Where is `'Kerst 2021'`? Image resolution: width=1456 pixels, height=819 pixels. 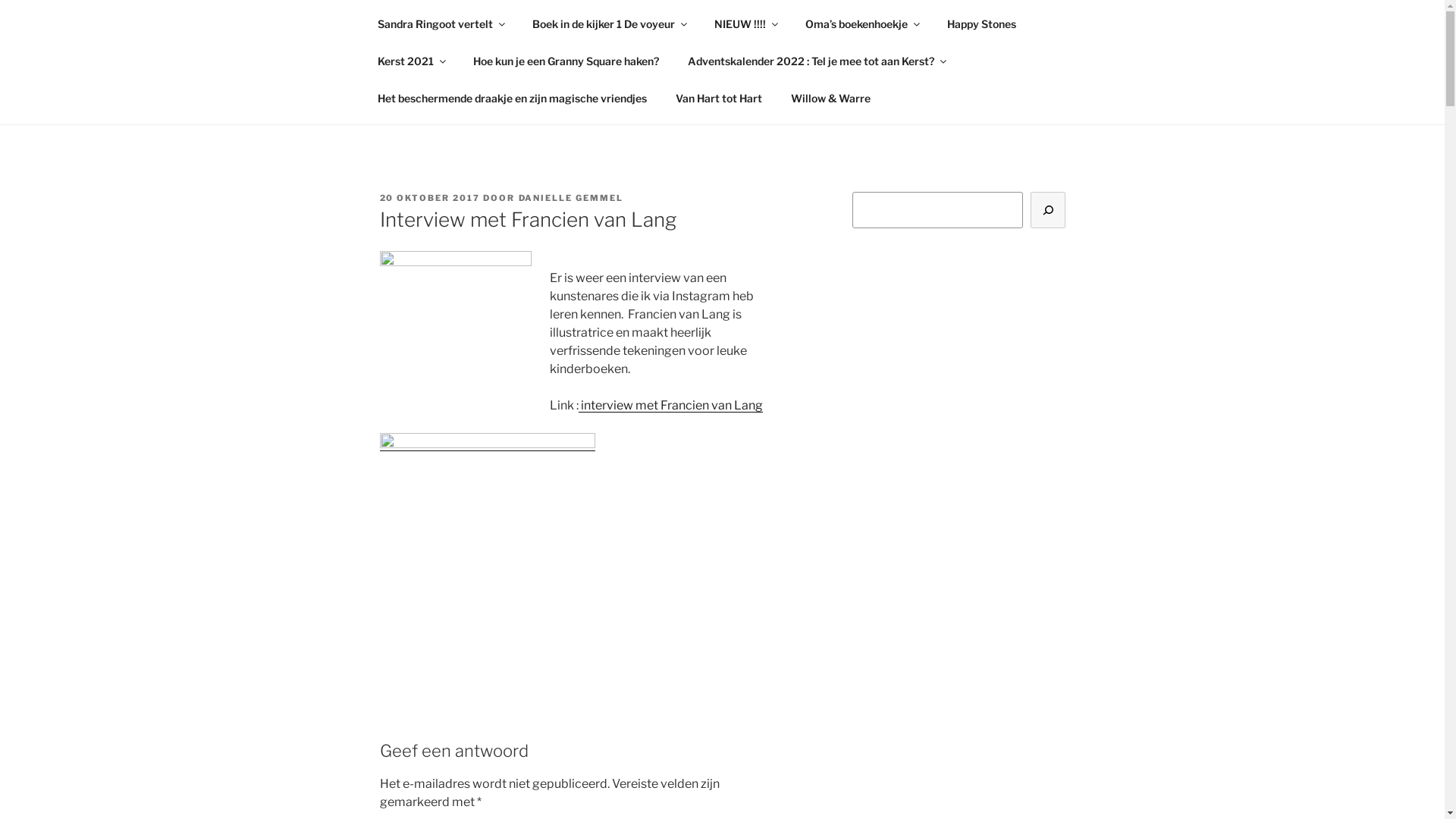
'Kerst 2021' is located at coordinates (364, 60).